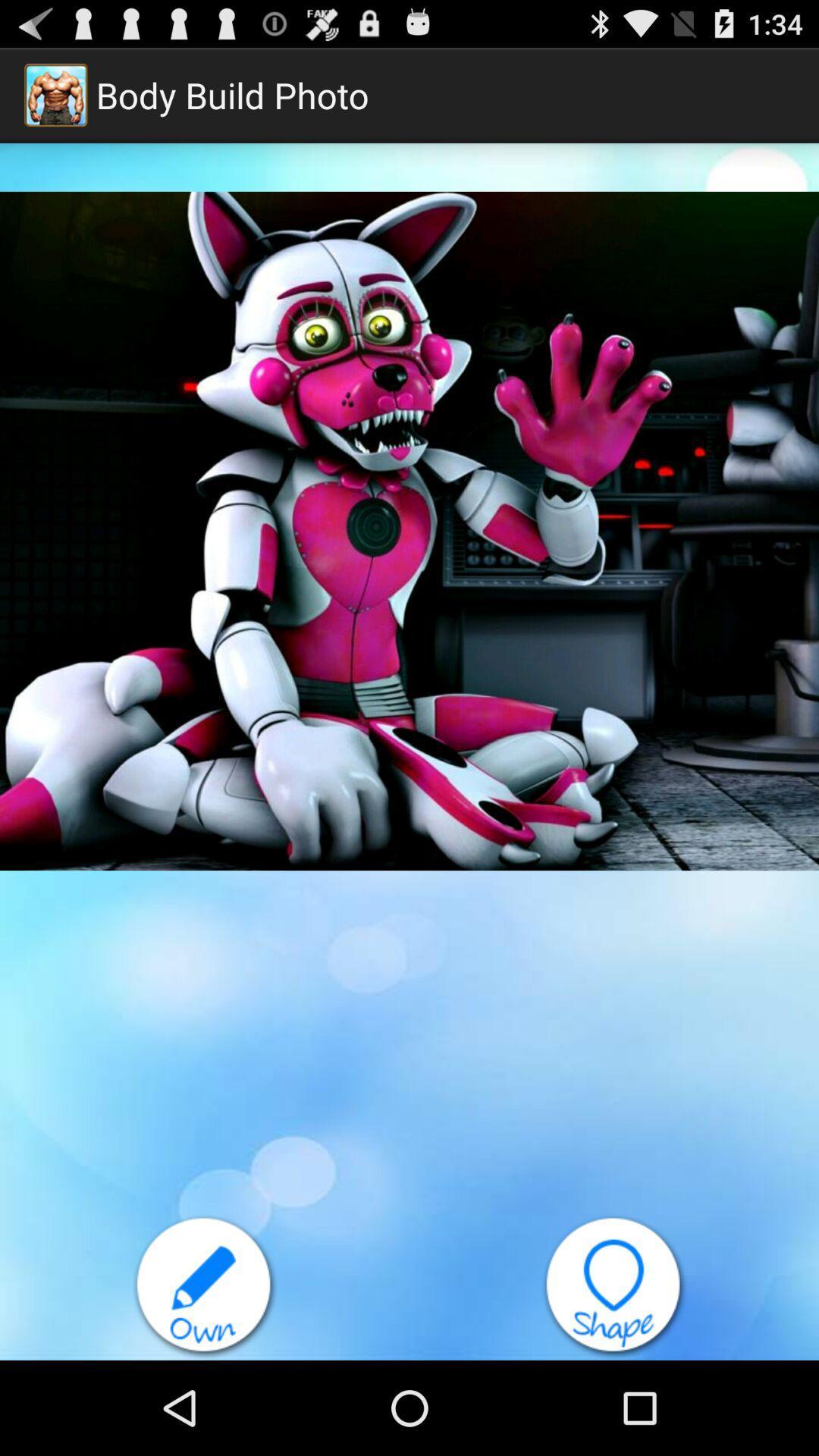 The height and width of the screenshot is (1456, 819). I want to click on markup the image, so click(205, 1286).